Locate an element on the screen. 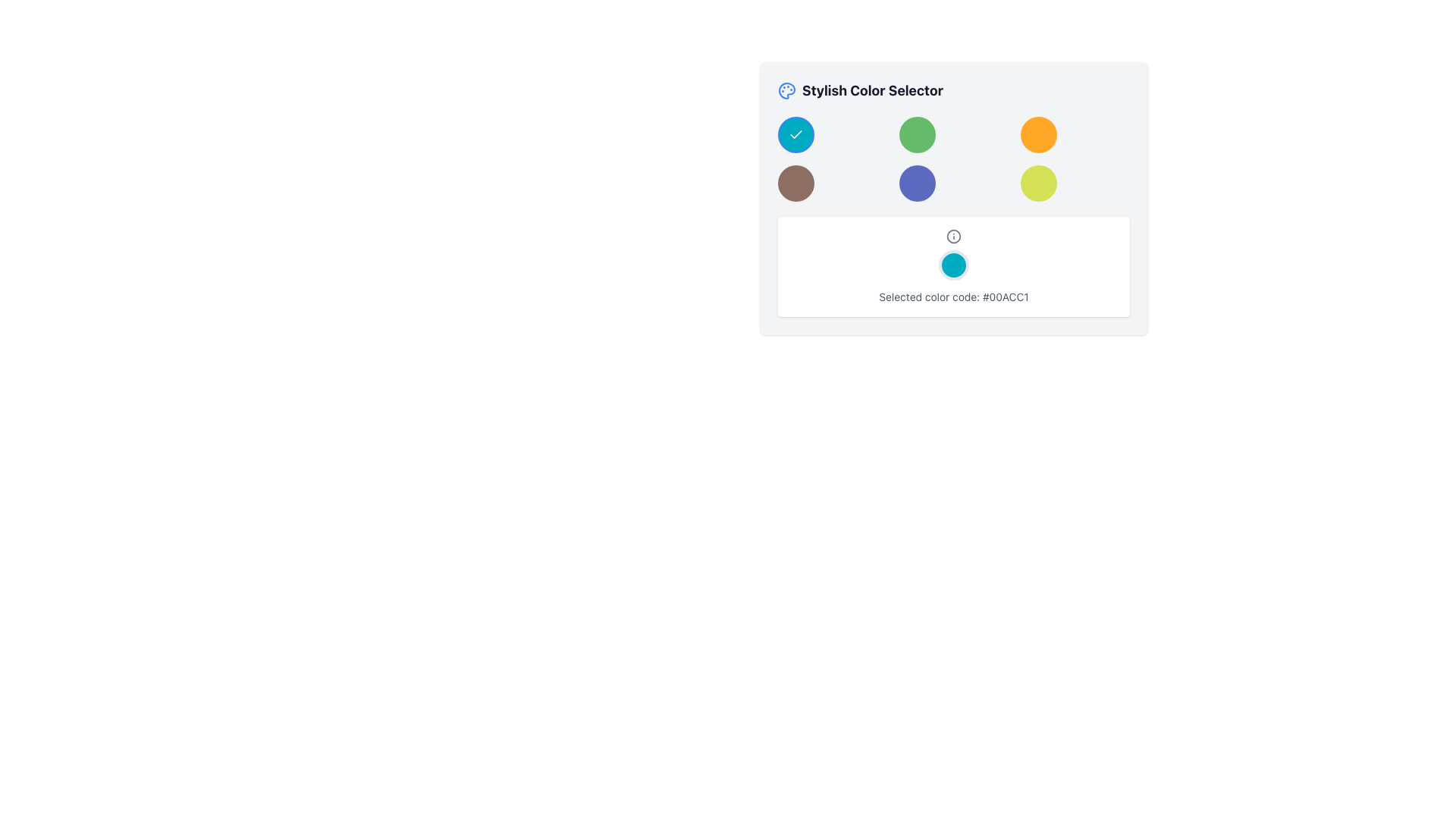  the color selector button located in the second row first column of a 3x3 grid layout is located at coordinates (795, 183).